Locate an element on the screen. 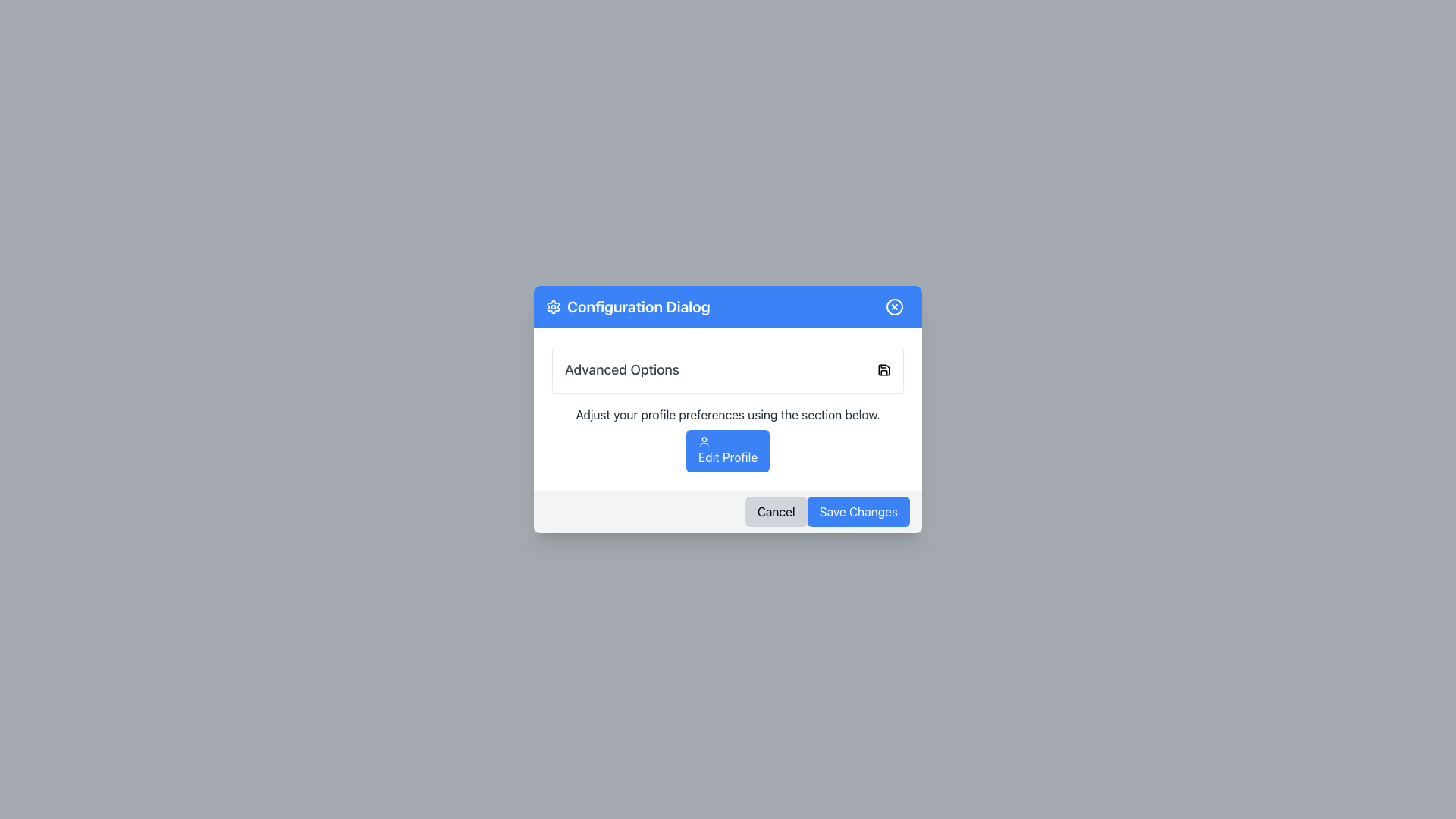  the circular icon button with a cross inside, which is styled with a blue outline, located in the top-right corner of the blue header of the 'Configuration Dialog' is located at coordinates (895, 307).